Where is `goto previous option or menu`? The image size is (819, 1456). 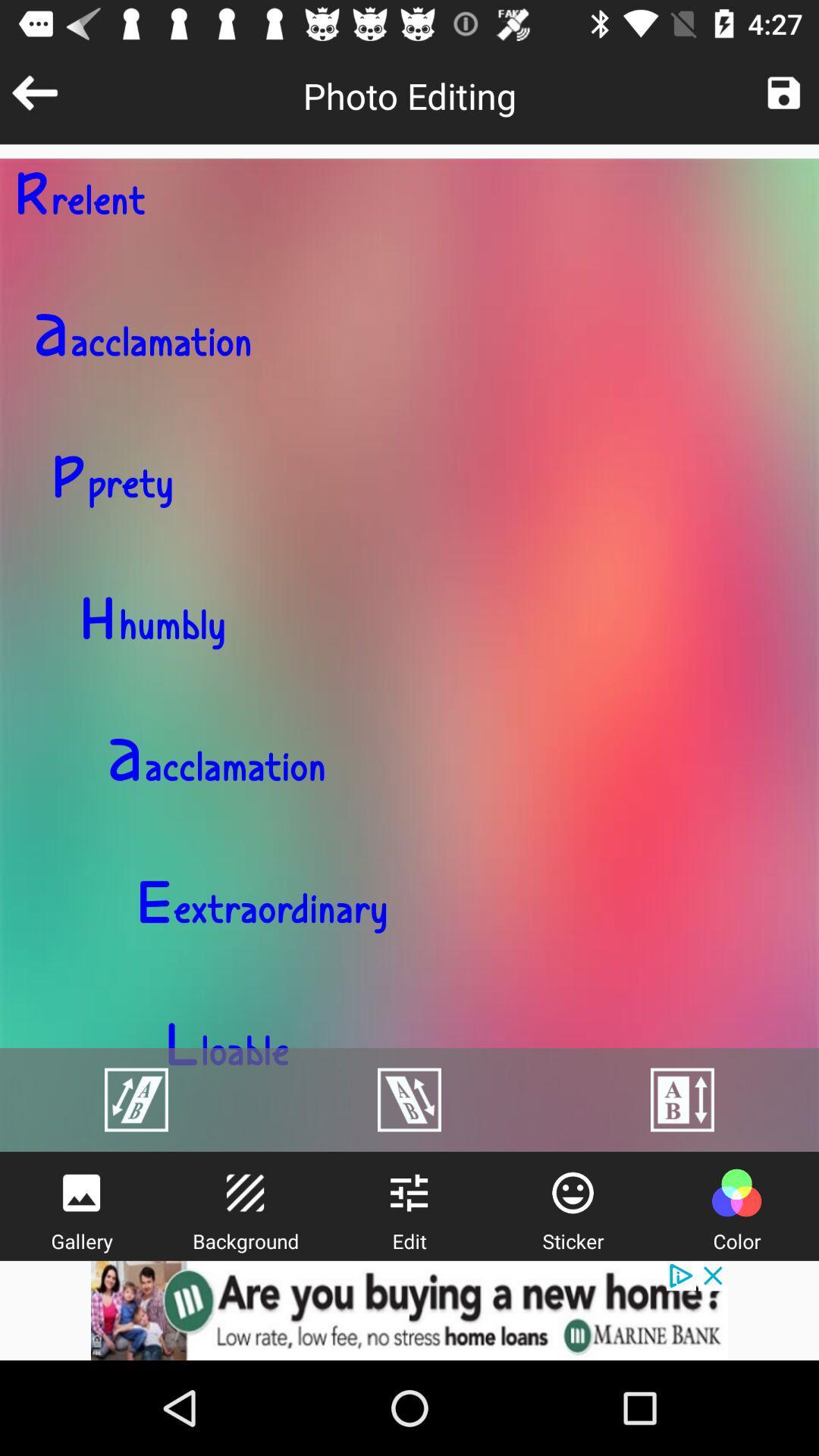
goto previous option or menu is located at coordinates (34, 92).